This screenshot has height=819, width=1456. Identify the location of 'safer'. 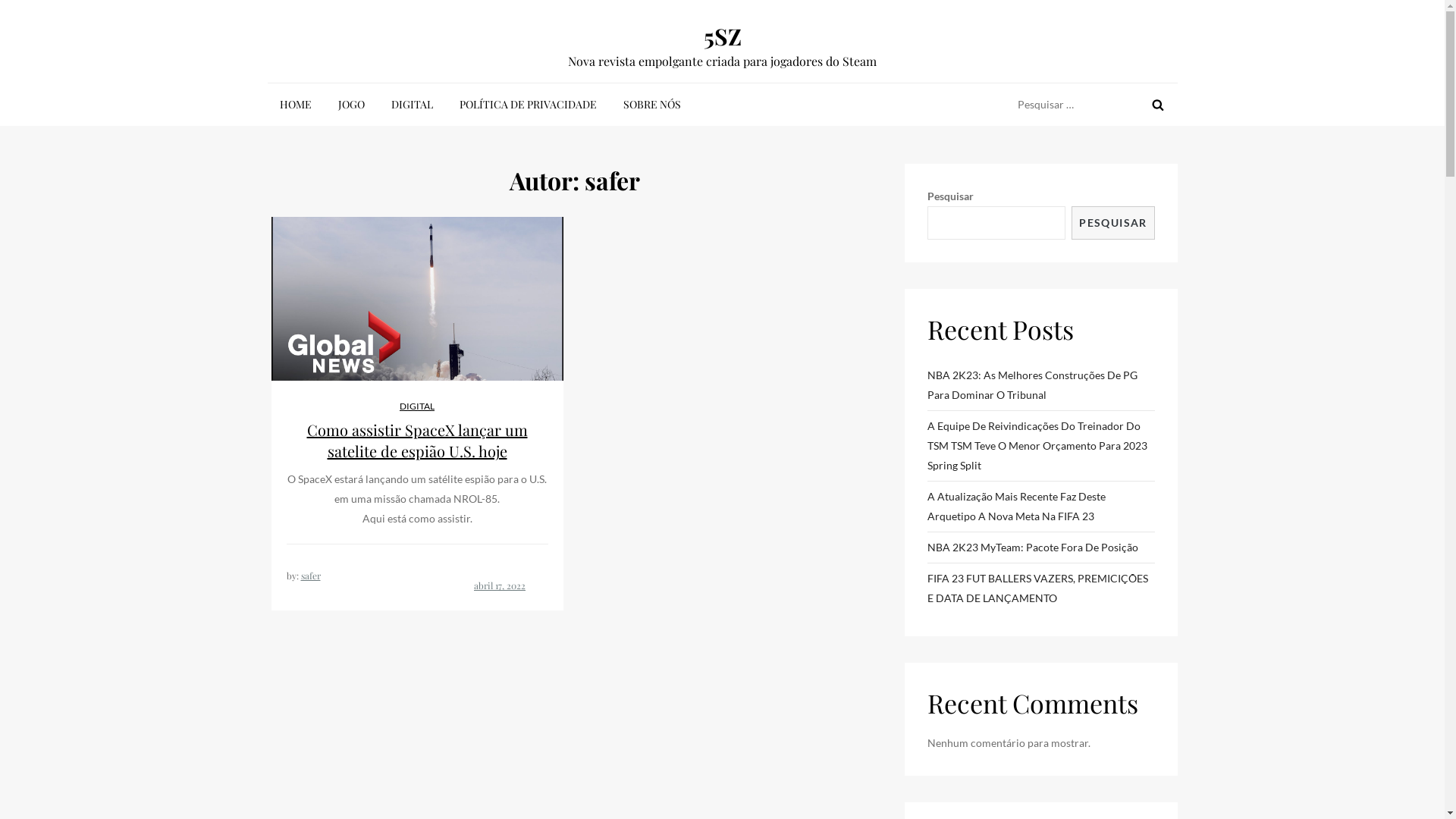
(309, 576).